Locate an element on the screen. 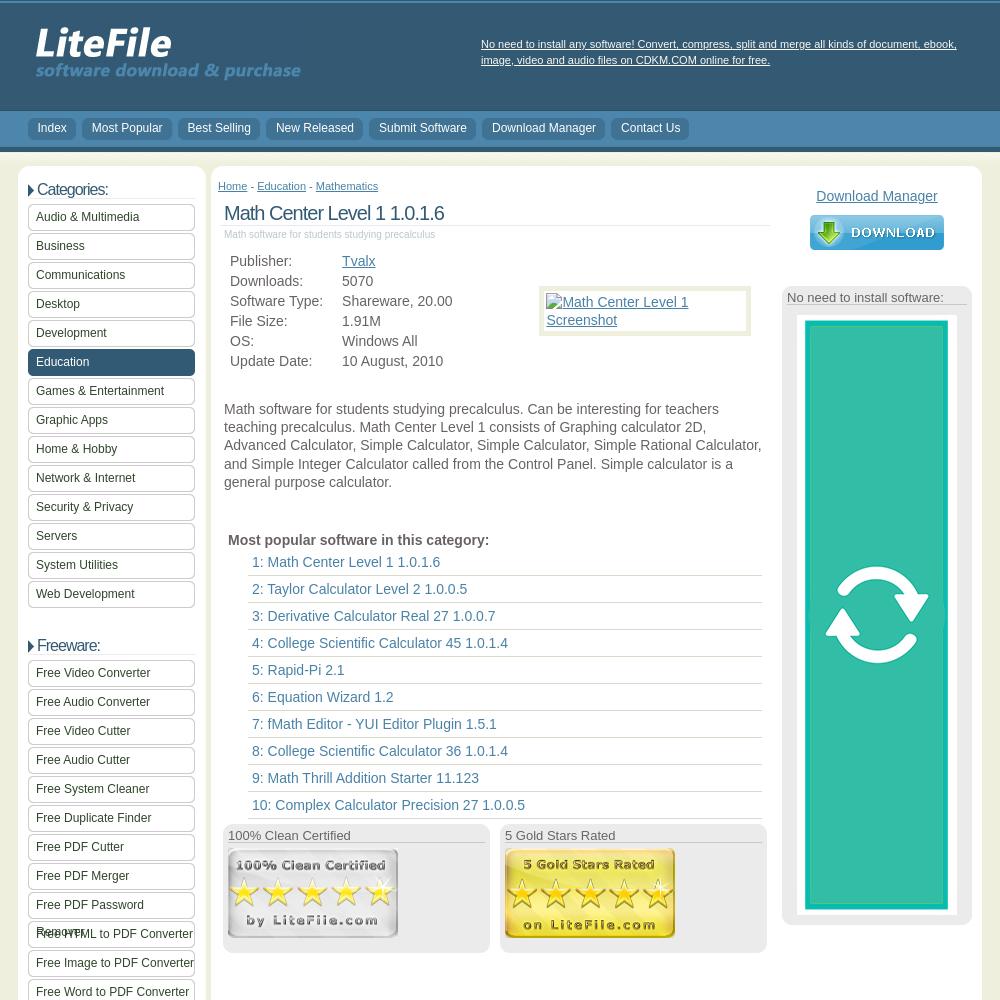 Image resolution: width=1000 pixels, height=1000 pixels. 'Home & Hobby' is located at coordinates (36, 448).